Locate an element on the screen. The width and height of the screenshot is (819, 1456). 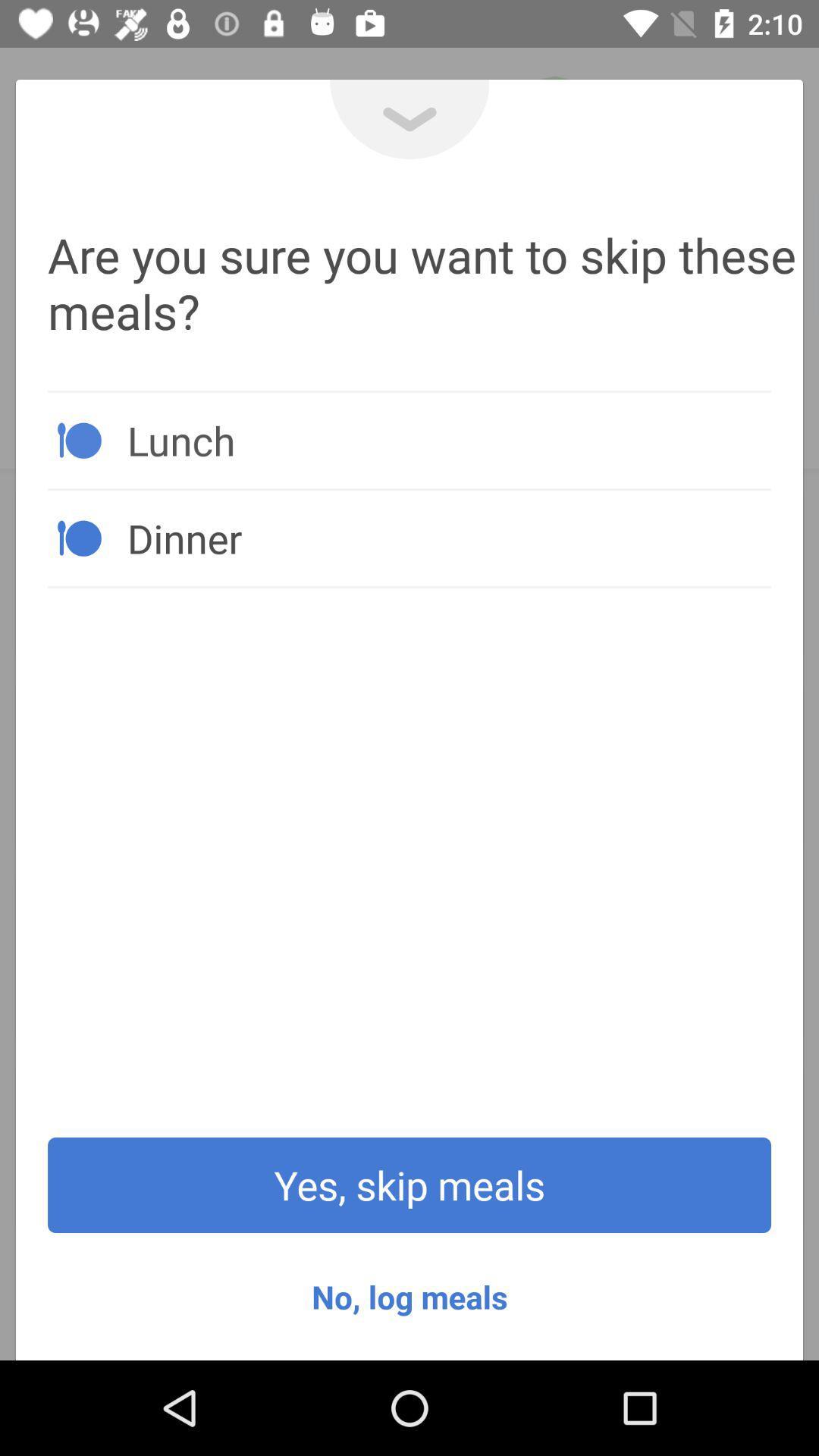
the item below lunch item is located at coordinates (448, 538).